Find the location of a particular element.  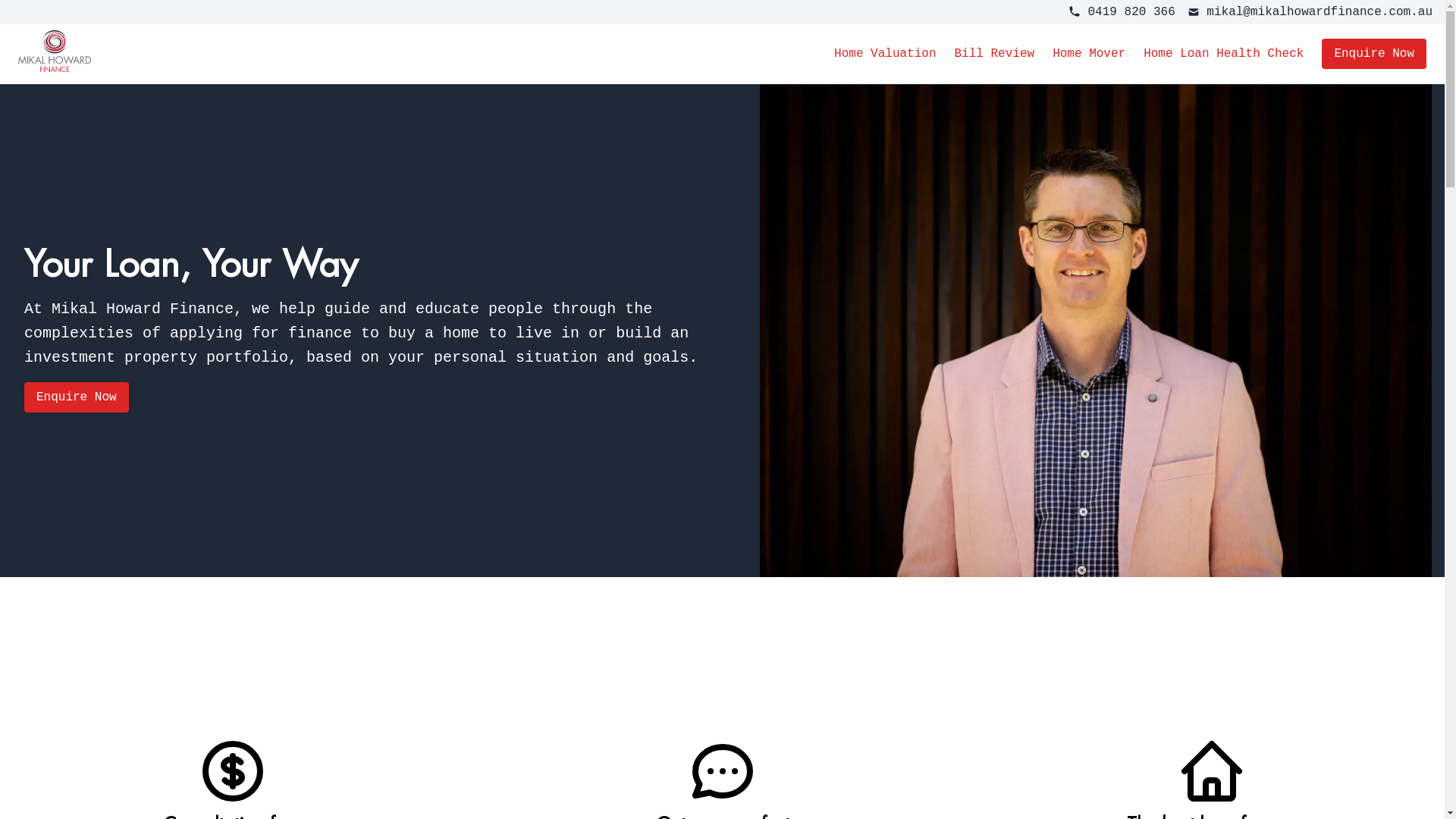

'Home Loan Health Check' is located at coordinates (1223, 52).